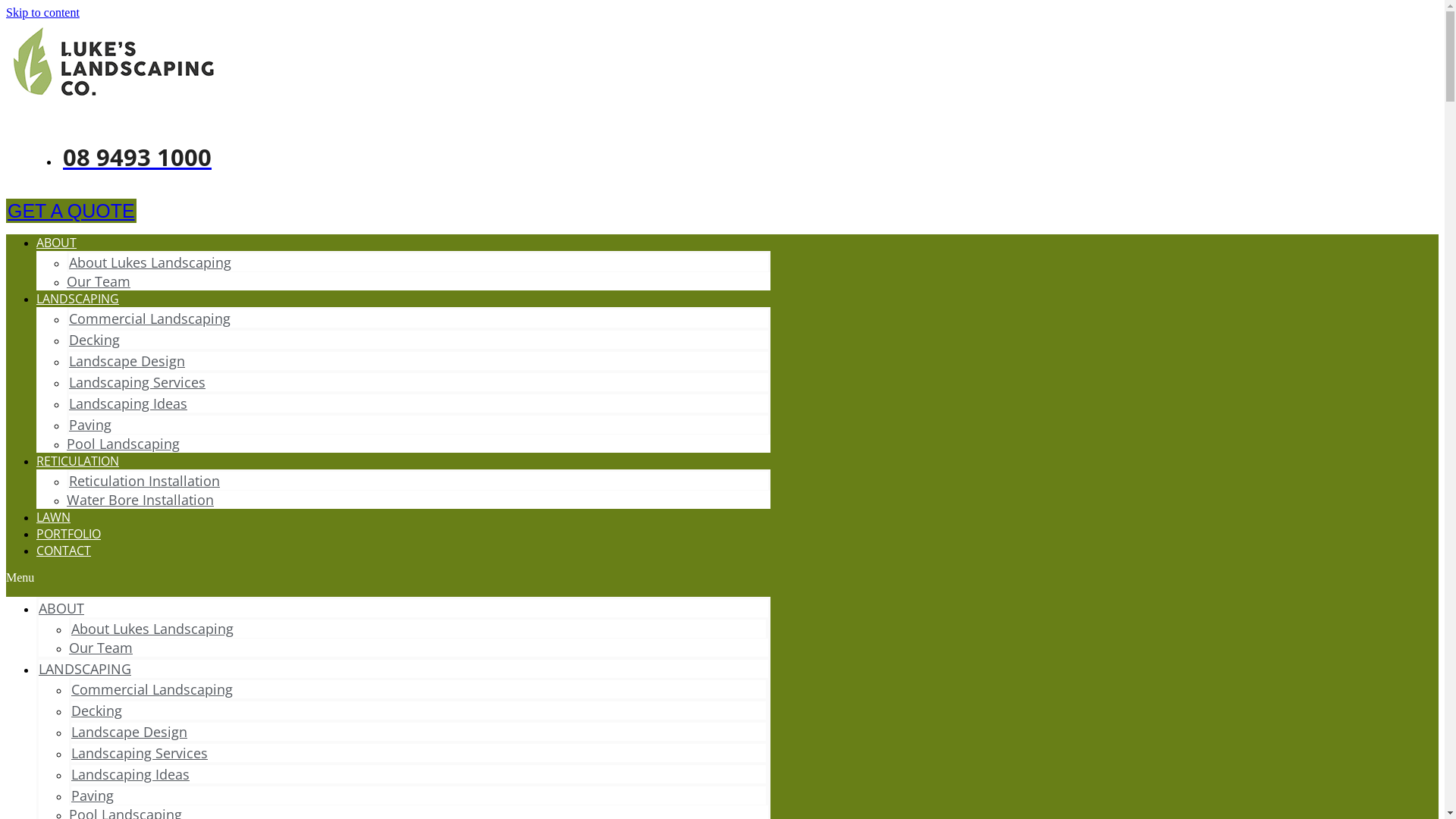 The height and width of the screenshot is (819, 1456). Describe the element at coordinates (137, 381) in the screenshot. I see `'Landscaping Services'` at that location.